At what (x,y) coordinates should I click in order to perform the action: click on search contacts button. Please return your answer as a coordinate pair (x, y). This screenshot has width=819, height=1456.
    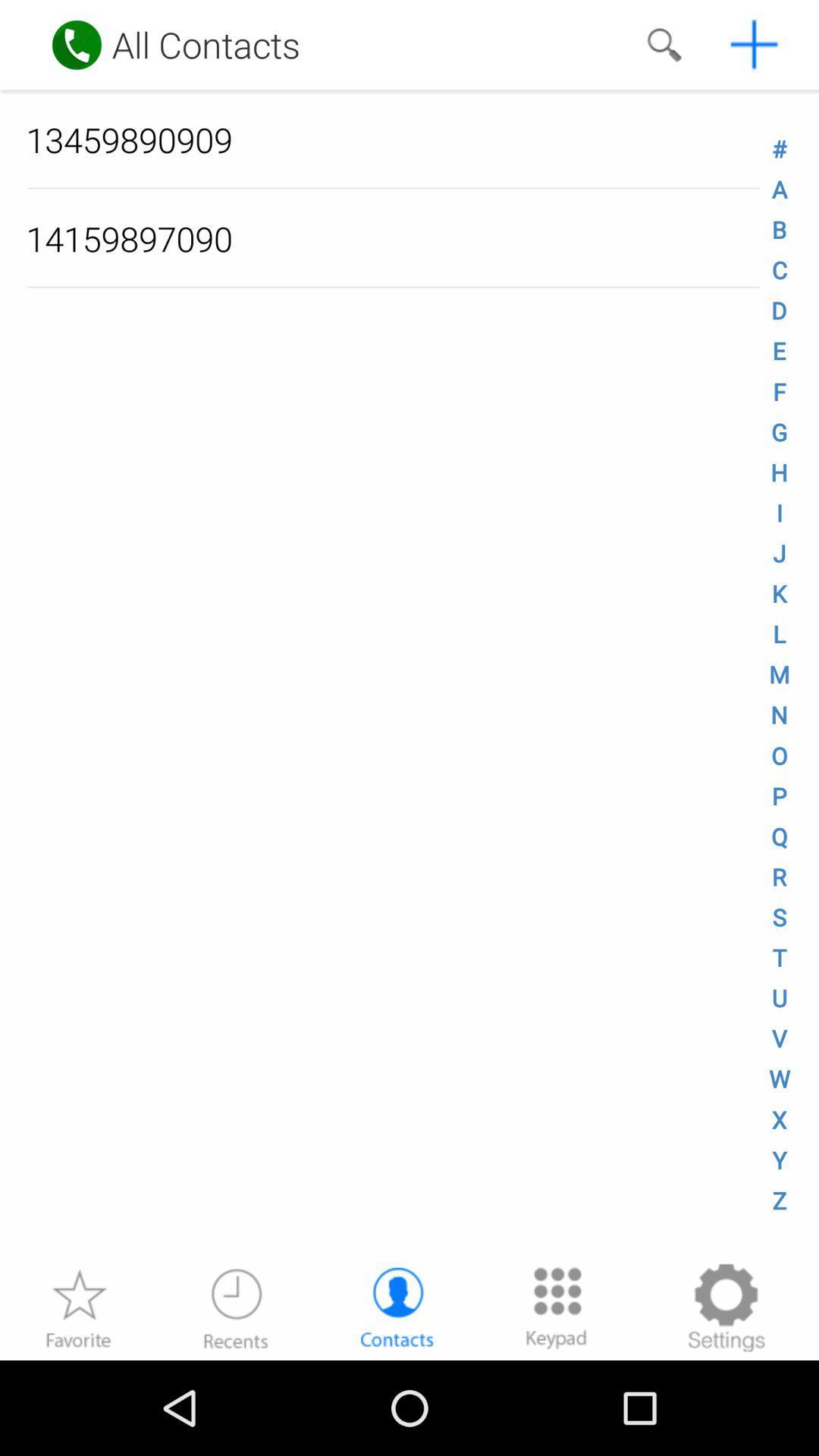
    Looking at the image, I should click on (663, 45).